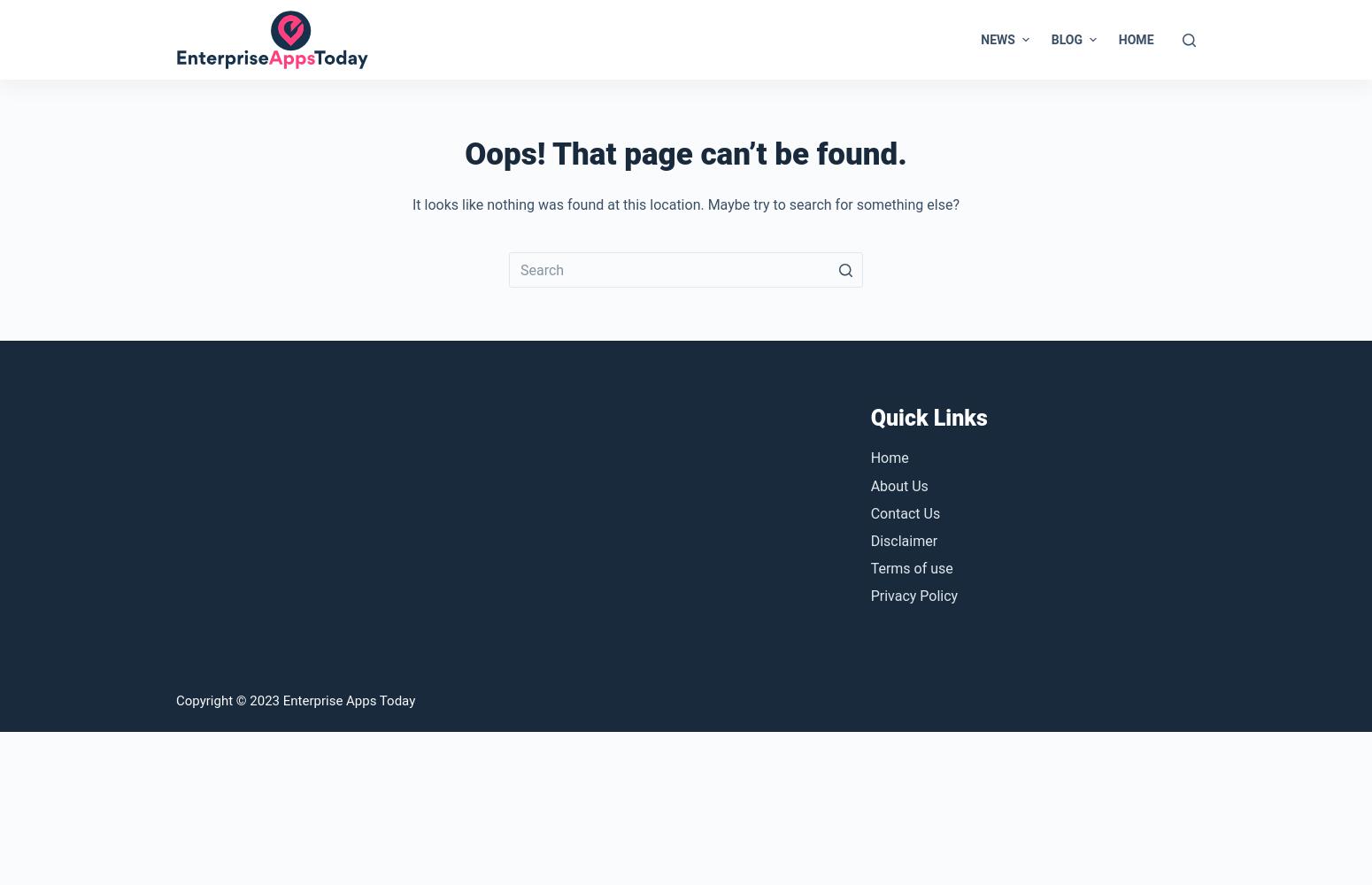 Image resolution: width=1372 pixels, height=885 pixels. I want to click on 'Privacy Policy', so click(913, 596).